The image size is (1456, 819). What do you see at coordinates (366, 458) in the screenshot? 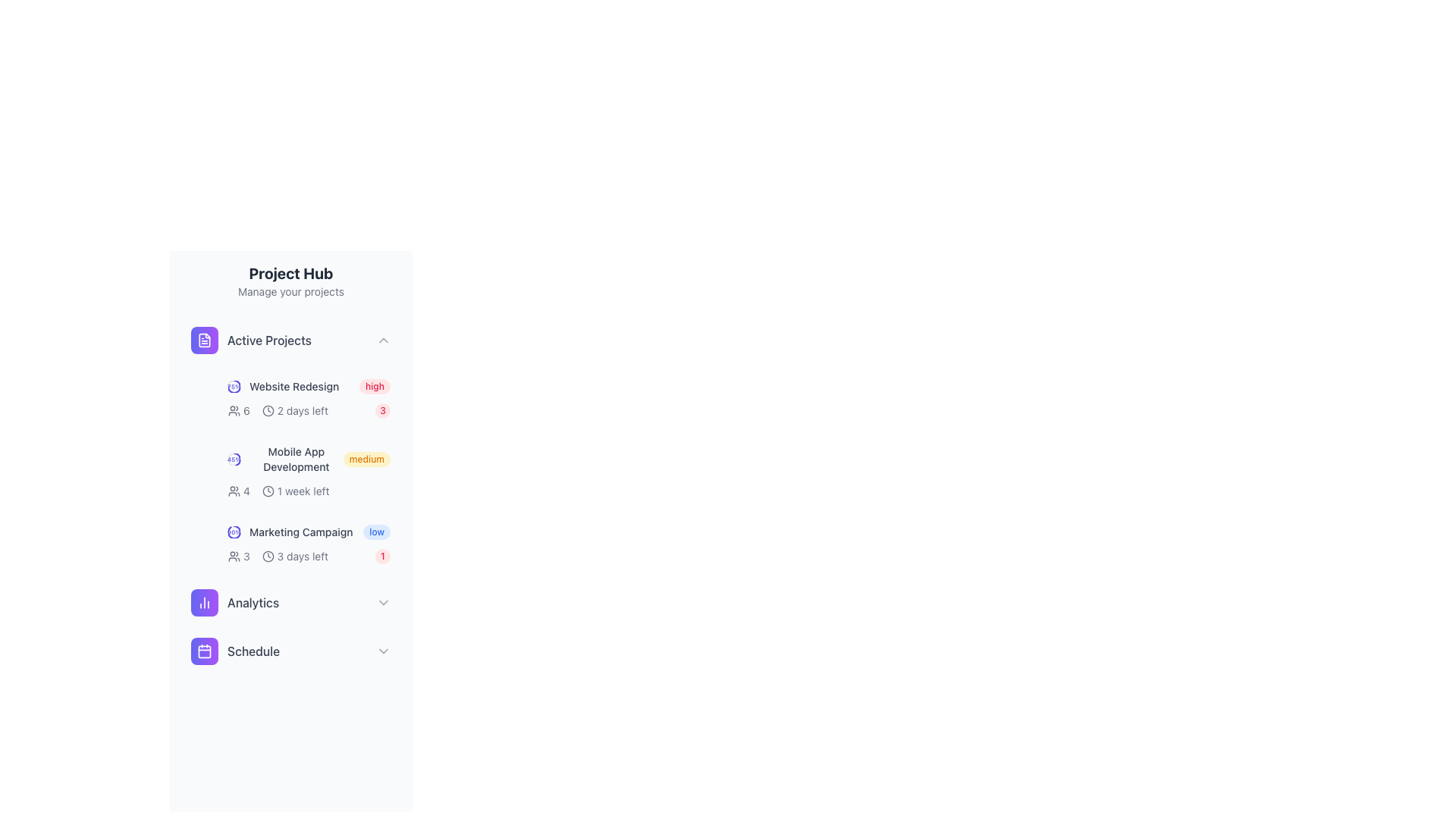
I see `the pill-shaped text label with the word 'medium' in lowercase, featuring a light amber background and amber text, located next to the project title 'Mobile App Development' in the 'Active Projects' section of the 'Project Hub'` at bounding box center [366, 458].